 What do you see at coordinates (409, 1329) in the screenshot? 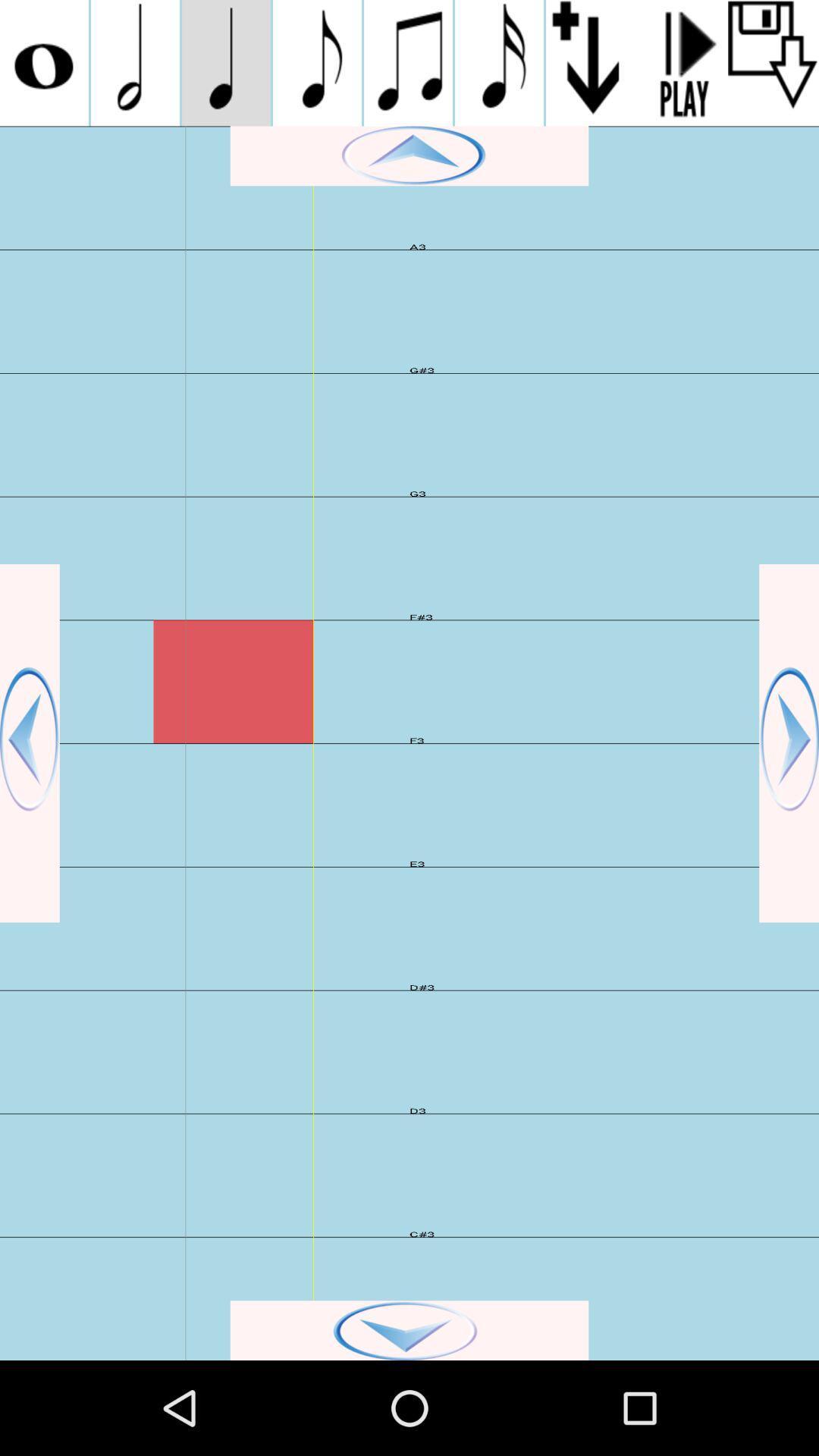
I see `go down page` at bounding box center [409, 1329].